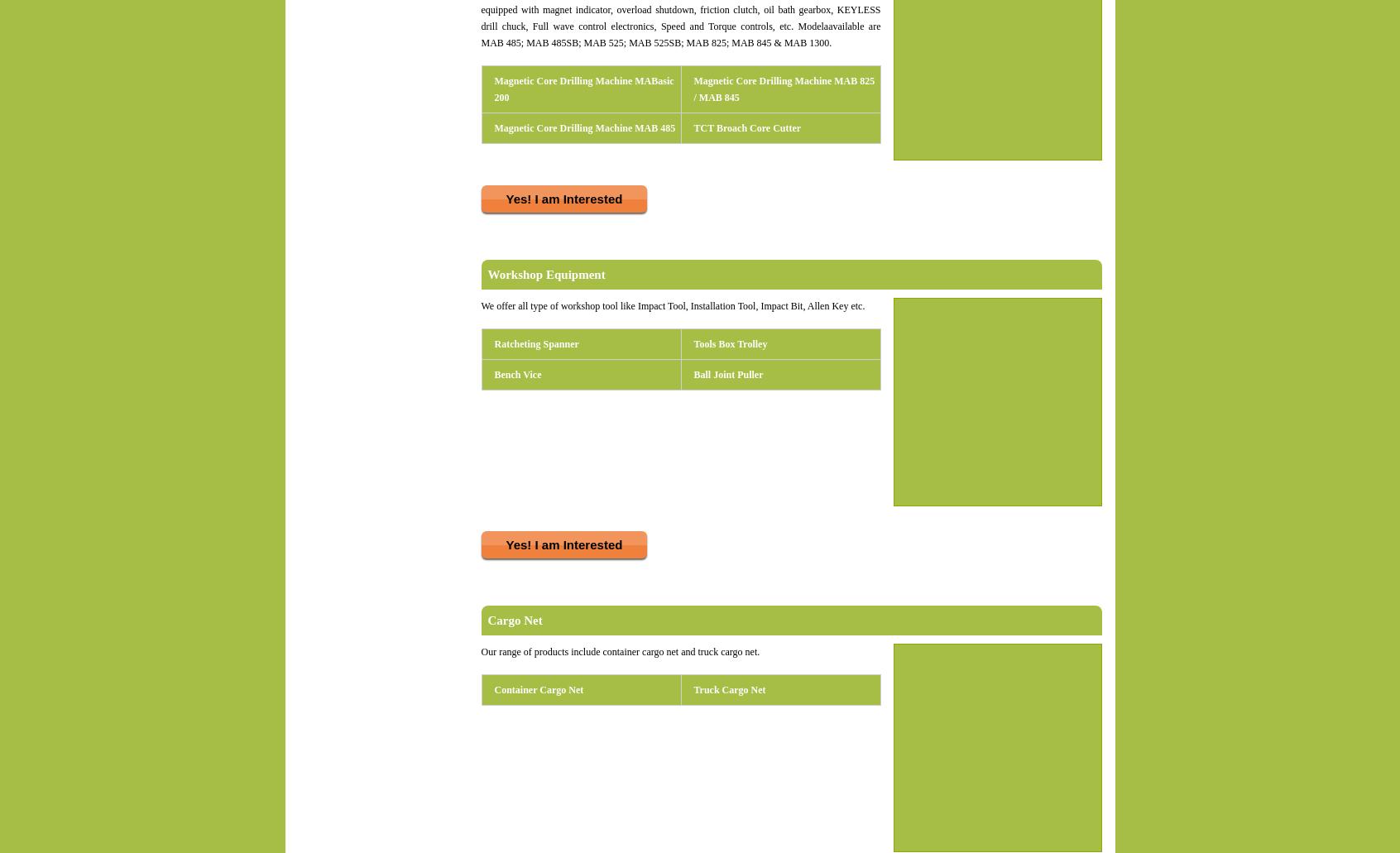 Image resolution: width=1400 pixels, height=853 pixels. I want to click on 'Magnetic Core Drilling Machine MABasic 200', so click(583, 89).